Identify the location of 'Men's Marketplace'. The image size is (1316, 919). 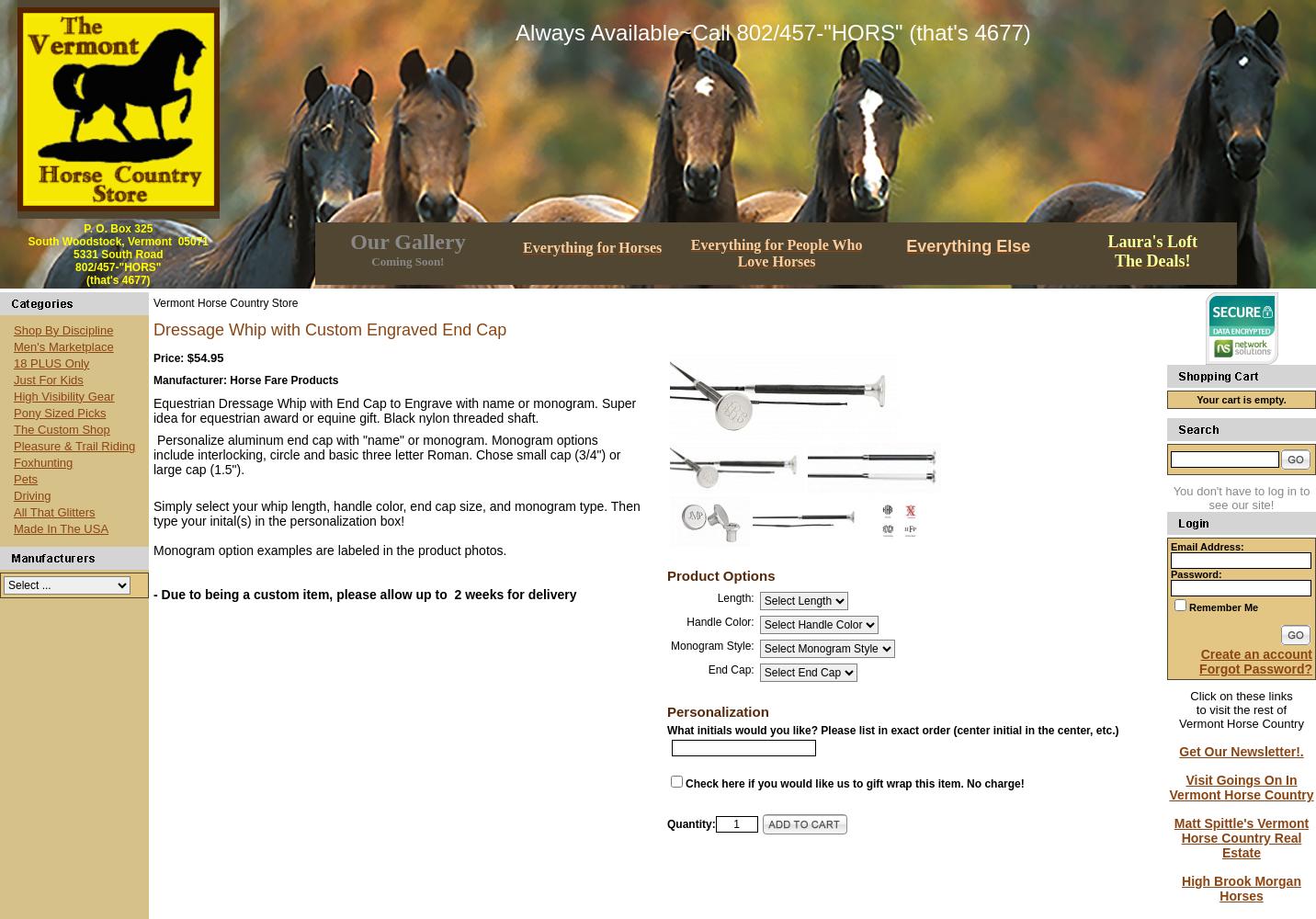
(62, 346).